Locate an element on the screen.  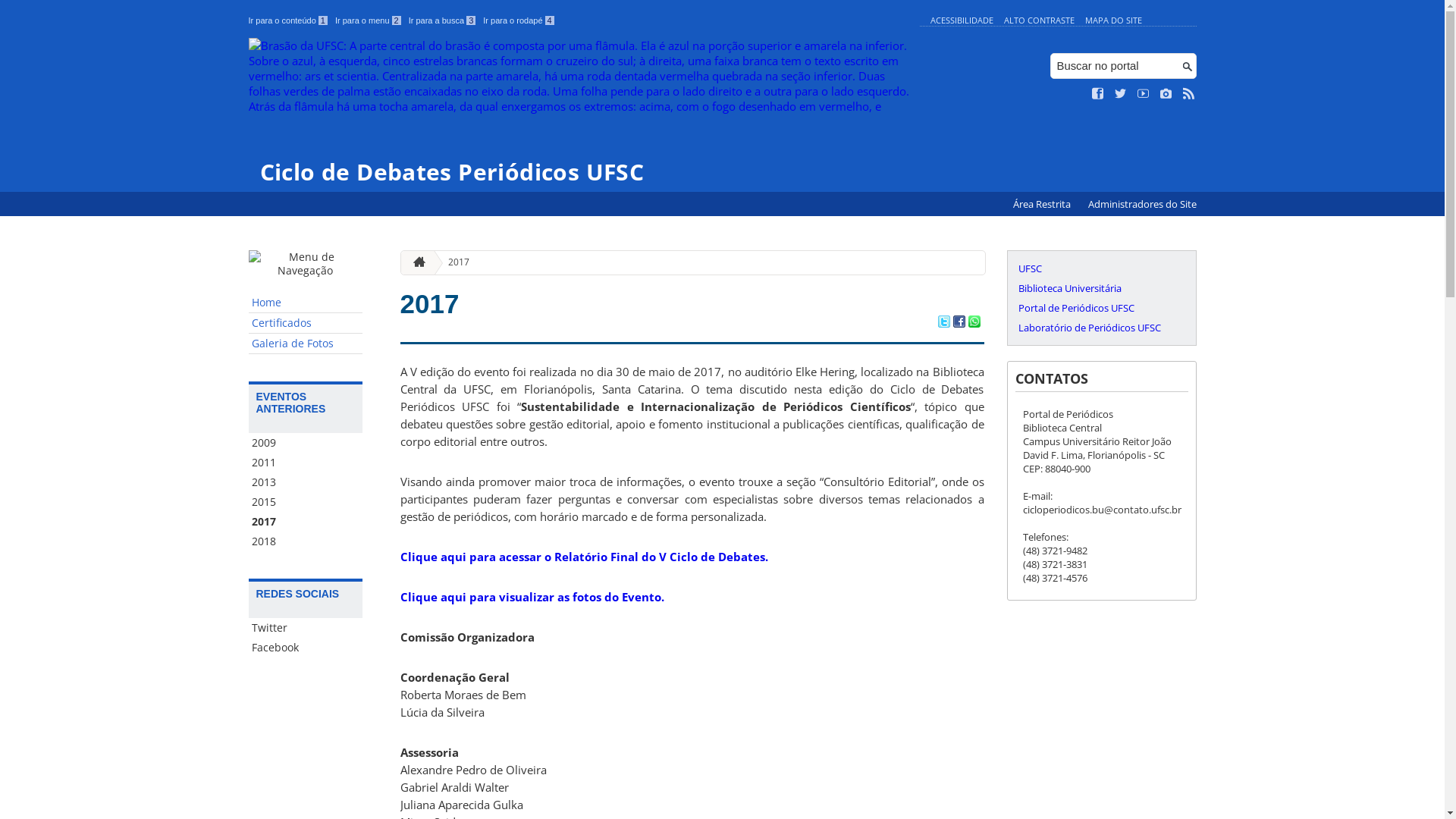
'ALTO CONTRASTE' is located at coordinates (1038, 20).